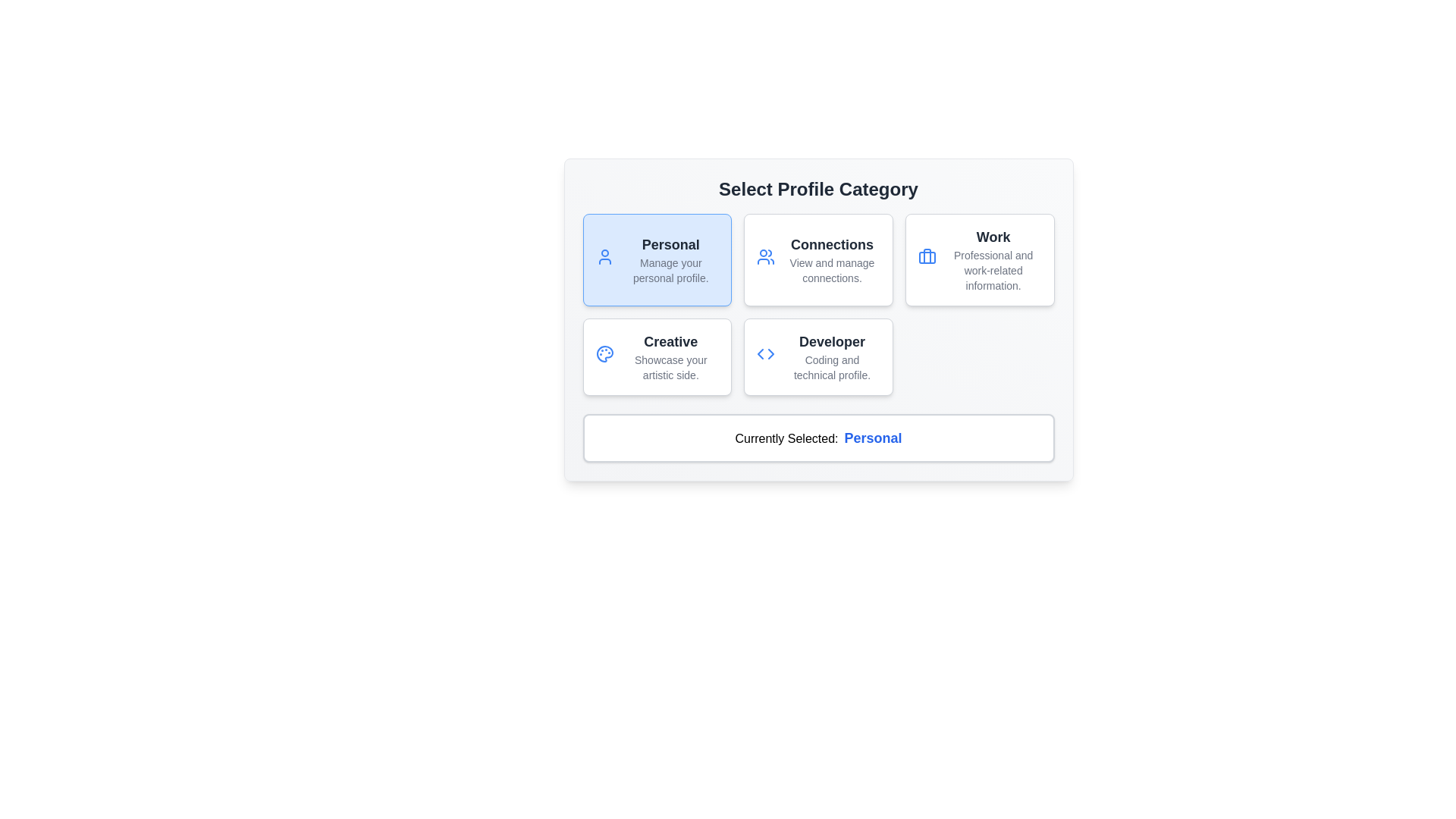 The width and height of the screenshot is (1456, 819). Describe the element at coordinates (993, 259) in the screenshot. I see `the text display component that shows 'Work' in bold and 'Professional and work-related information.' in gray` at that location.